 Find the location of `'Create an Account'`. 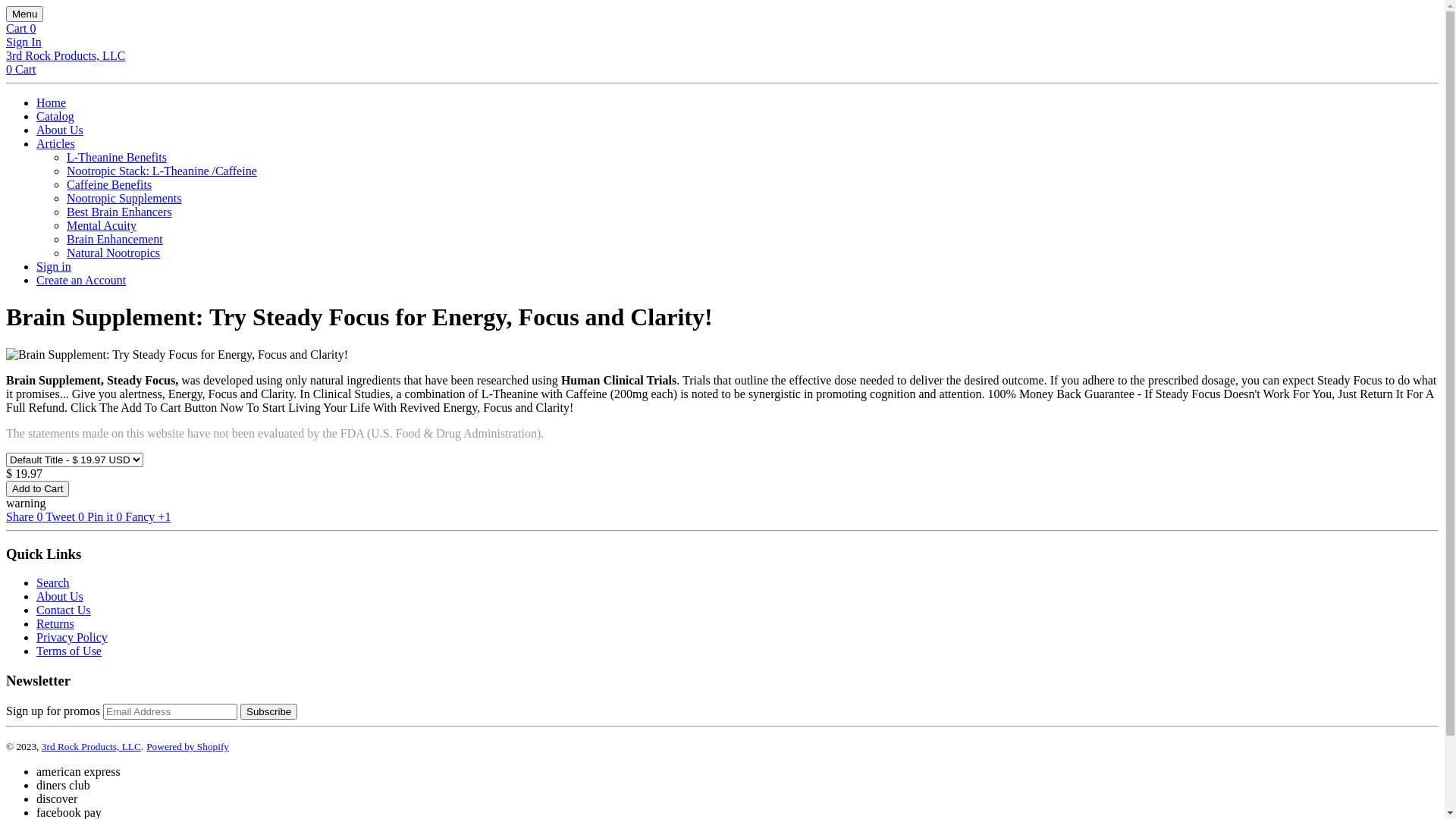

'Create an Account' is located at coordinates (36, 280).